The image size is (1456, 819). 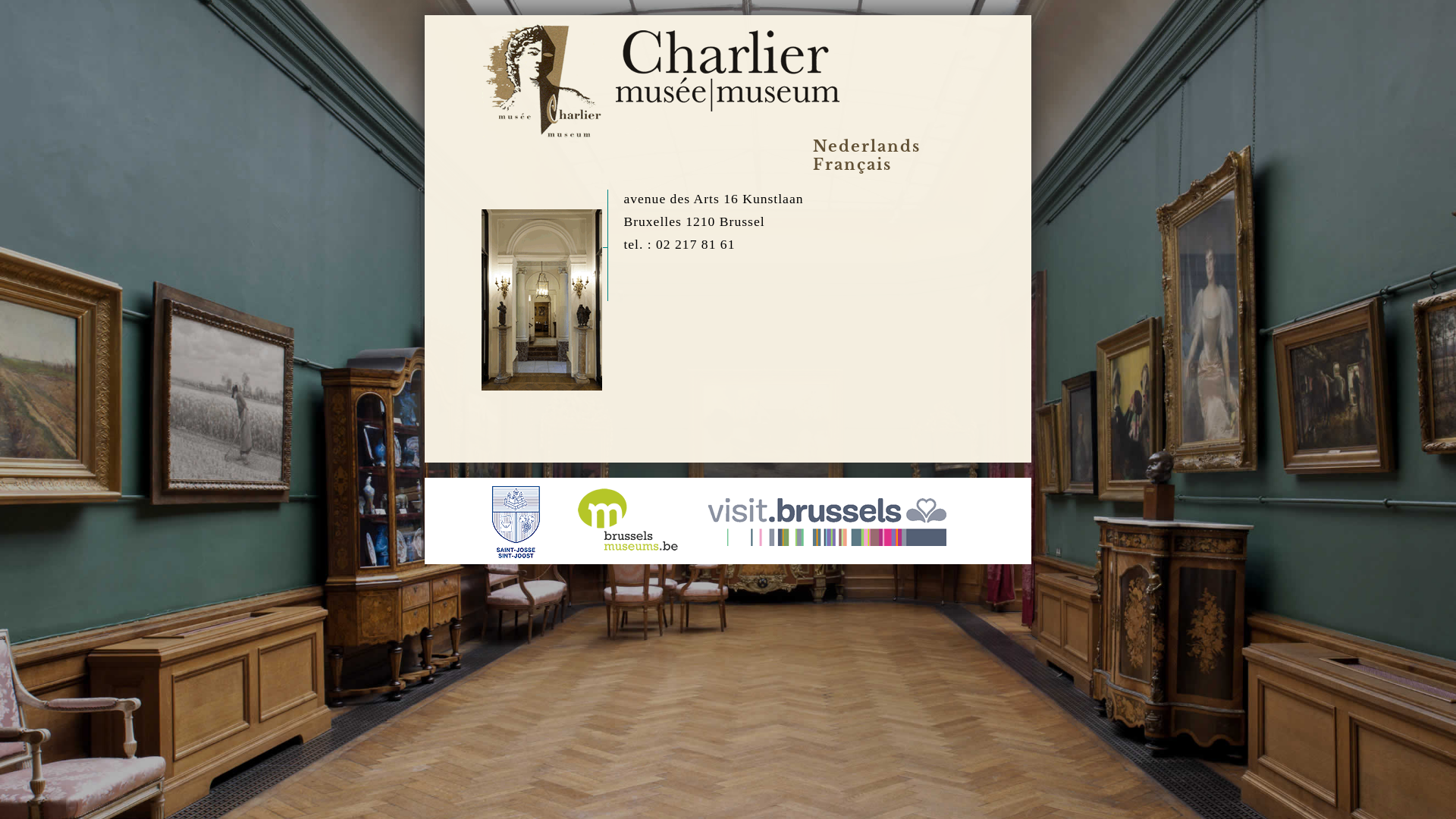 What do you see at coordinates (811, 146) in the screenshot?
I see `'Nederlands'` at bounding box center [811, 146].